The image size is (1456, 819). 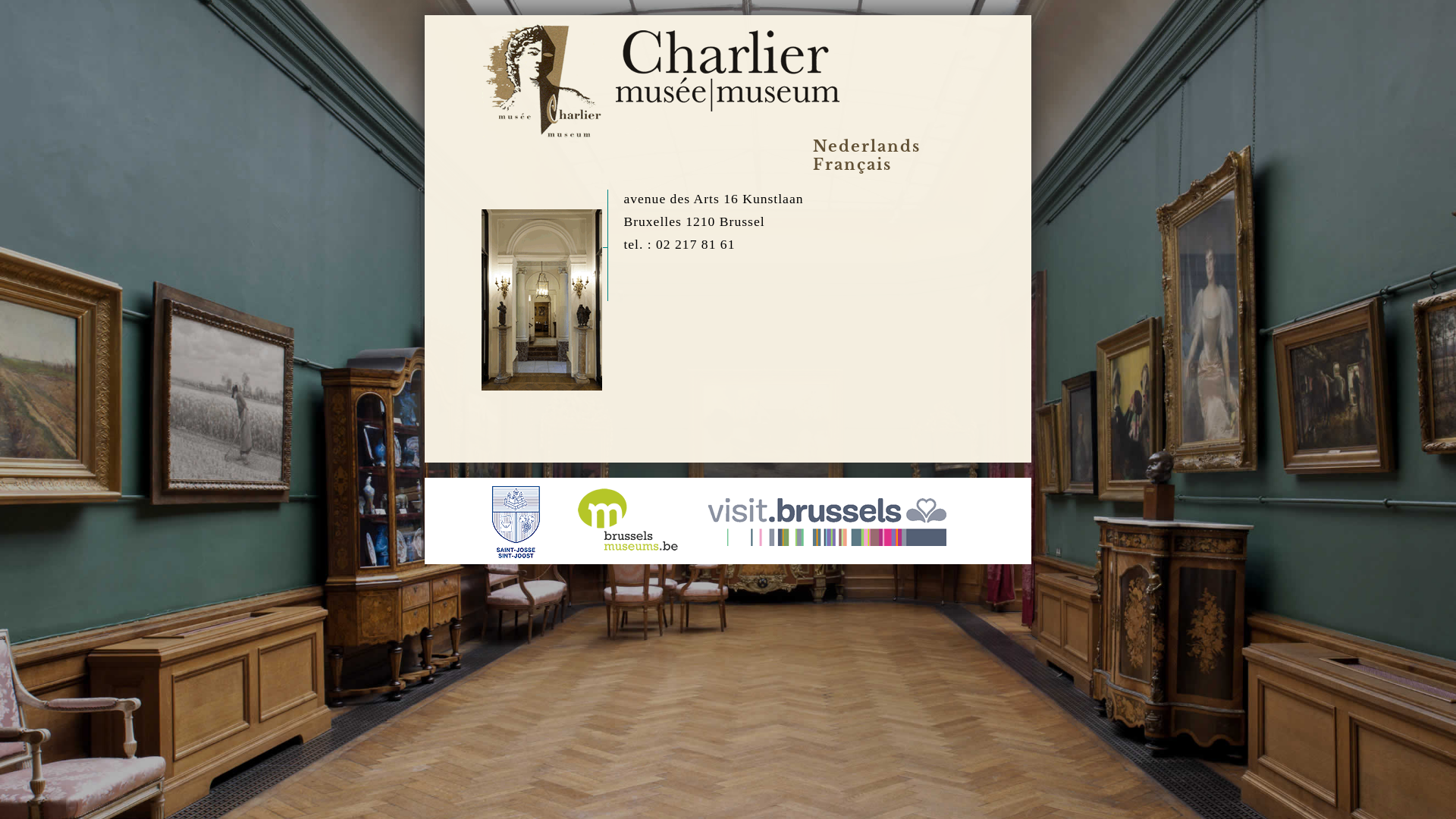 What do you see at coordinates (811, 146) in the screenshot?
I see `'Nederlands'` at bounding box center [811, 146].